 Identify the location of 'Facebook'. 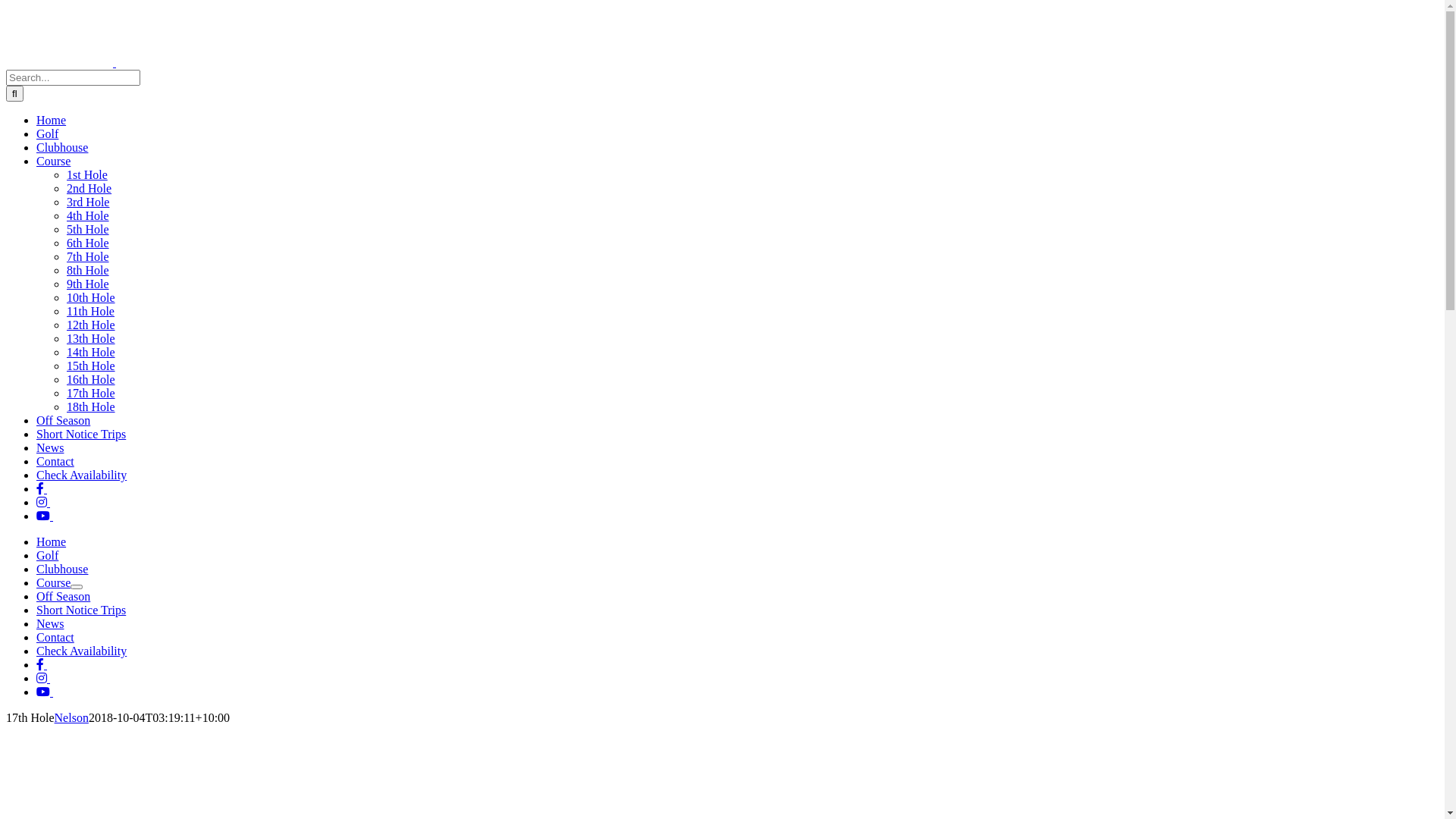
(41, 664).